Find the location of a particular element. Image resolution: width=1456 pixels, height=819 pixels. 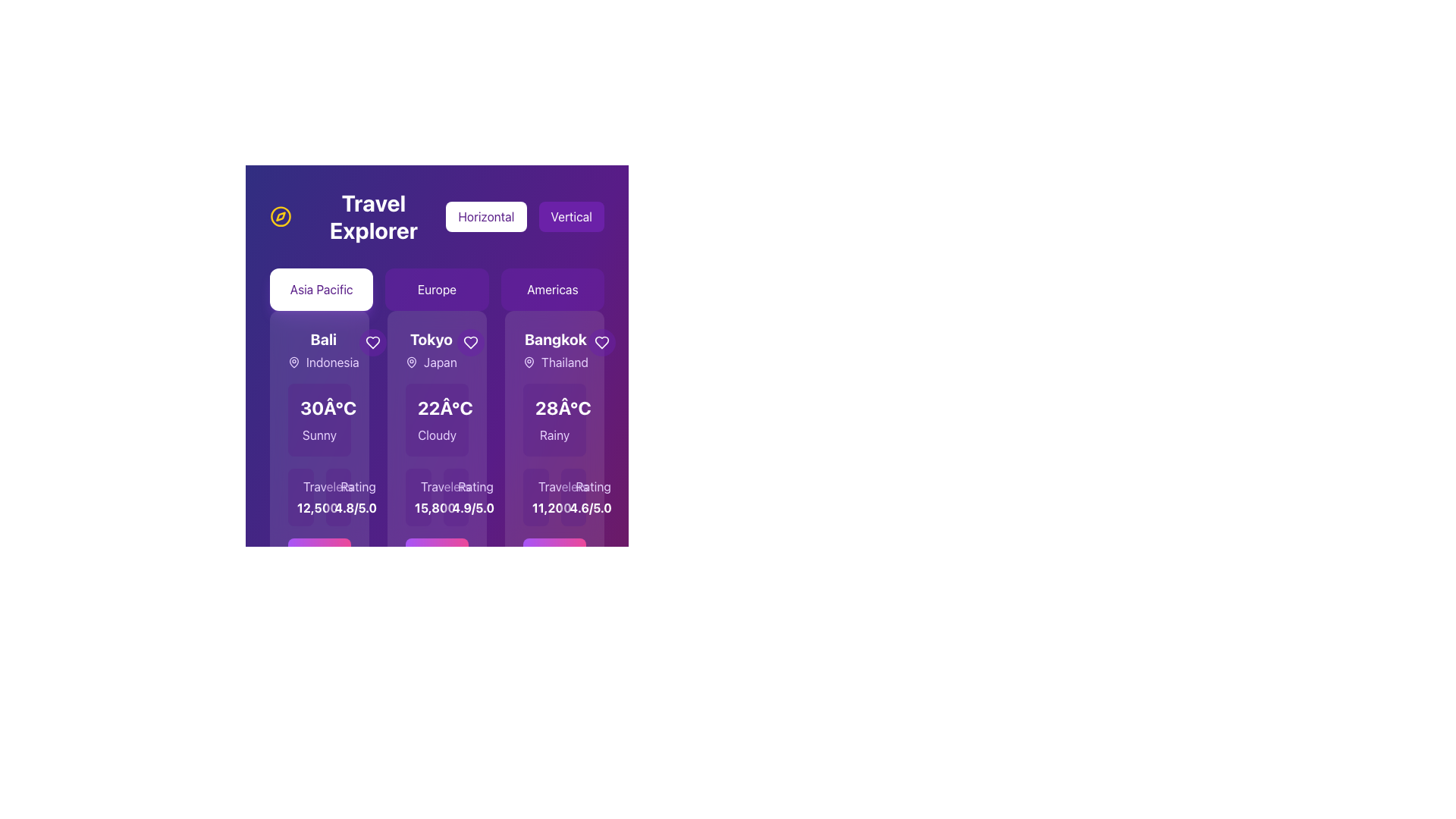

the Label and graphical icon combination located in the 'Travelers' section of the 'Bangkok' column, positioned above the numerical value '11,200' is located at coordinates (535, 486).